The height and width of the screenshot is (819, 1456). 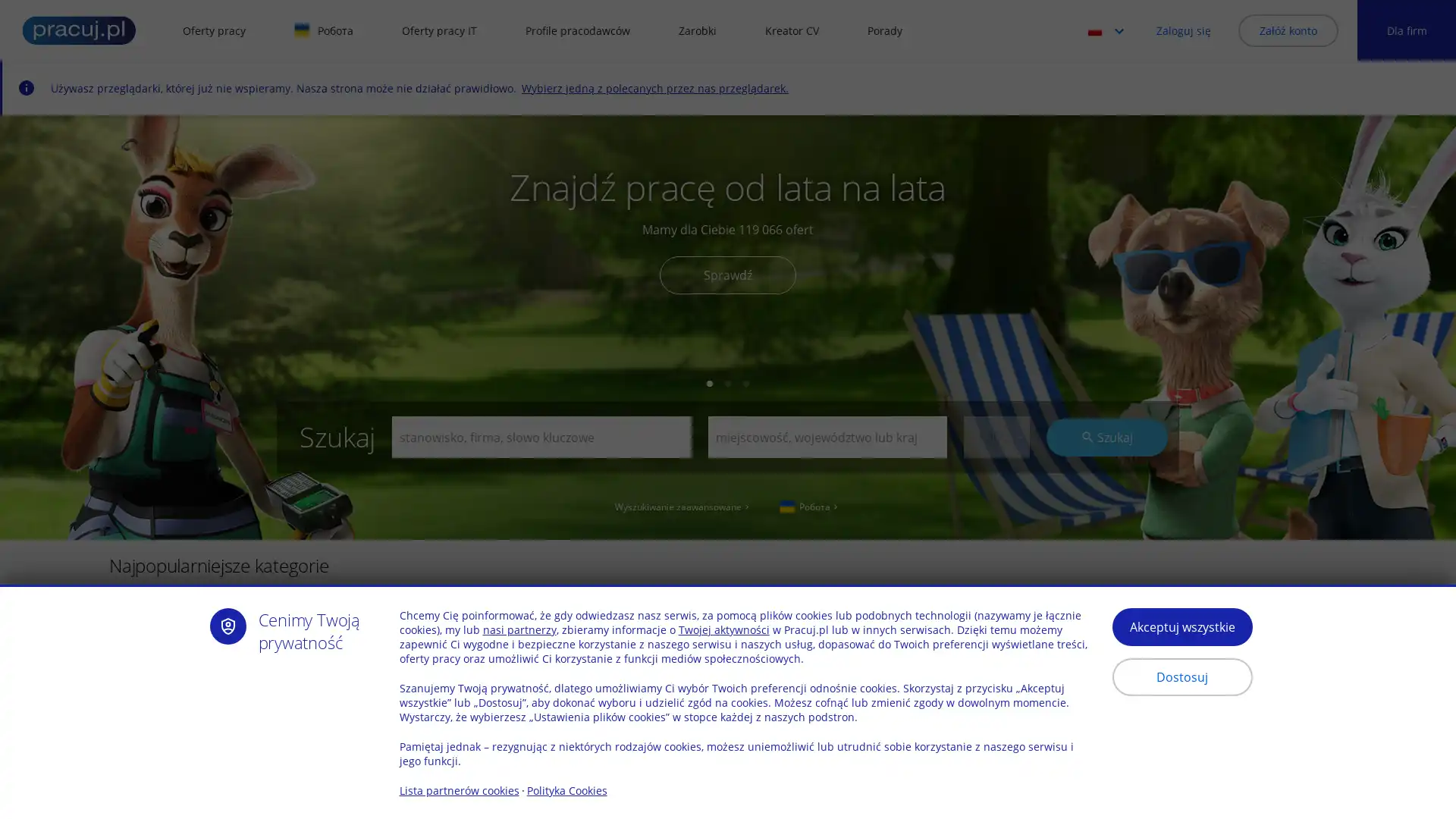 I want to click on + 45 km, so click(x=996, y=673).